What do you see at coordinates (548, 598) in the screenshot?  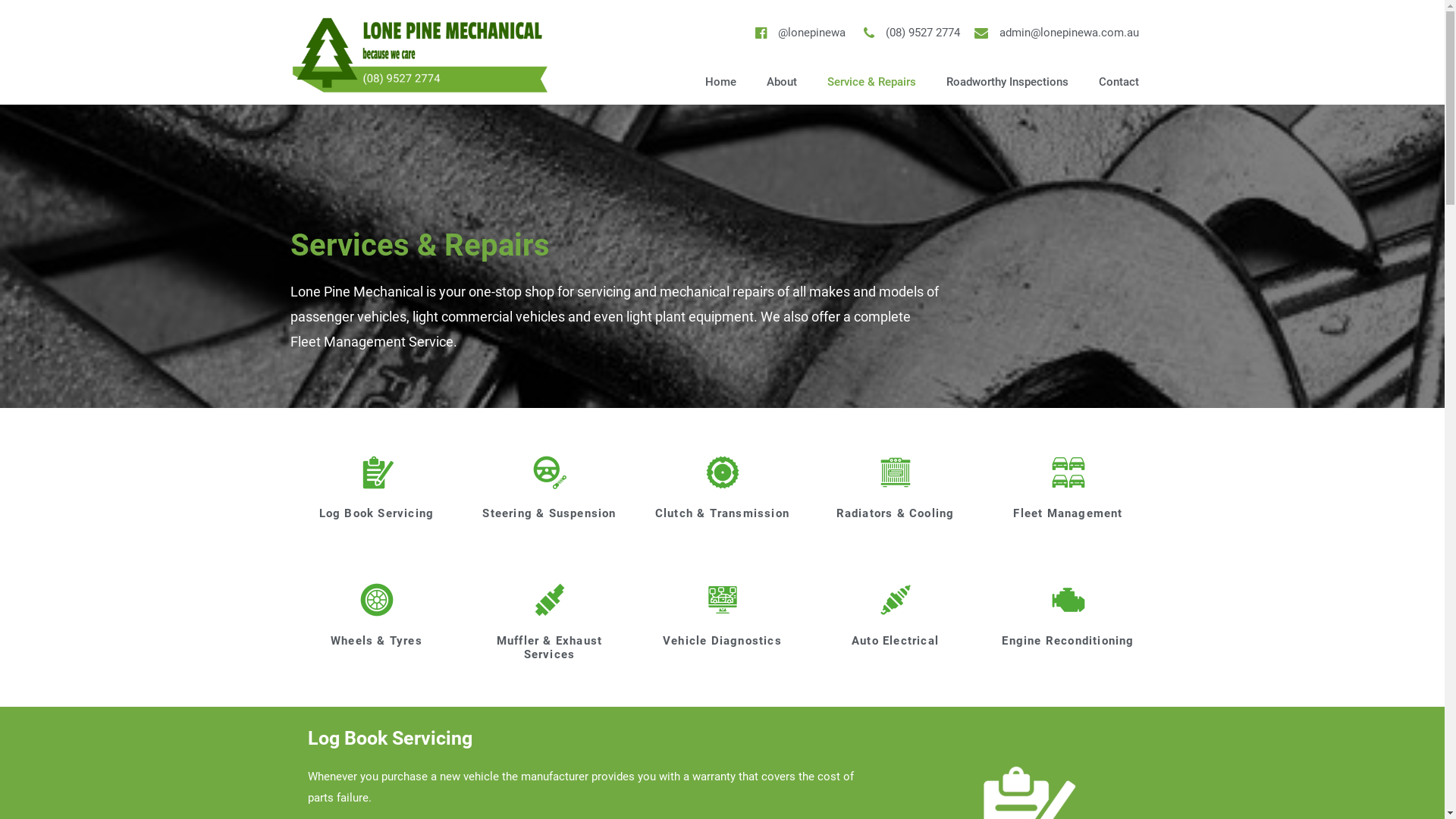 I see `'exhaust'` at bounding box center [548, 598].